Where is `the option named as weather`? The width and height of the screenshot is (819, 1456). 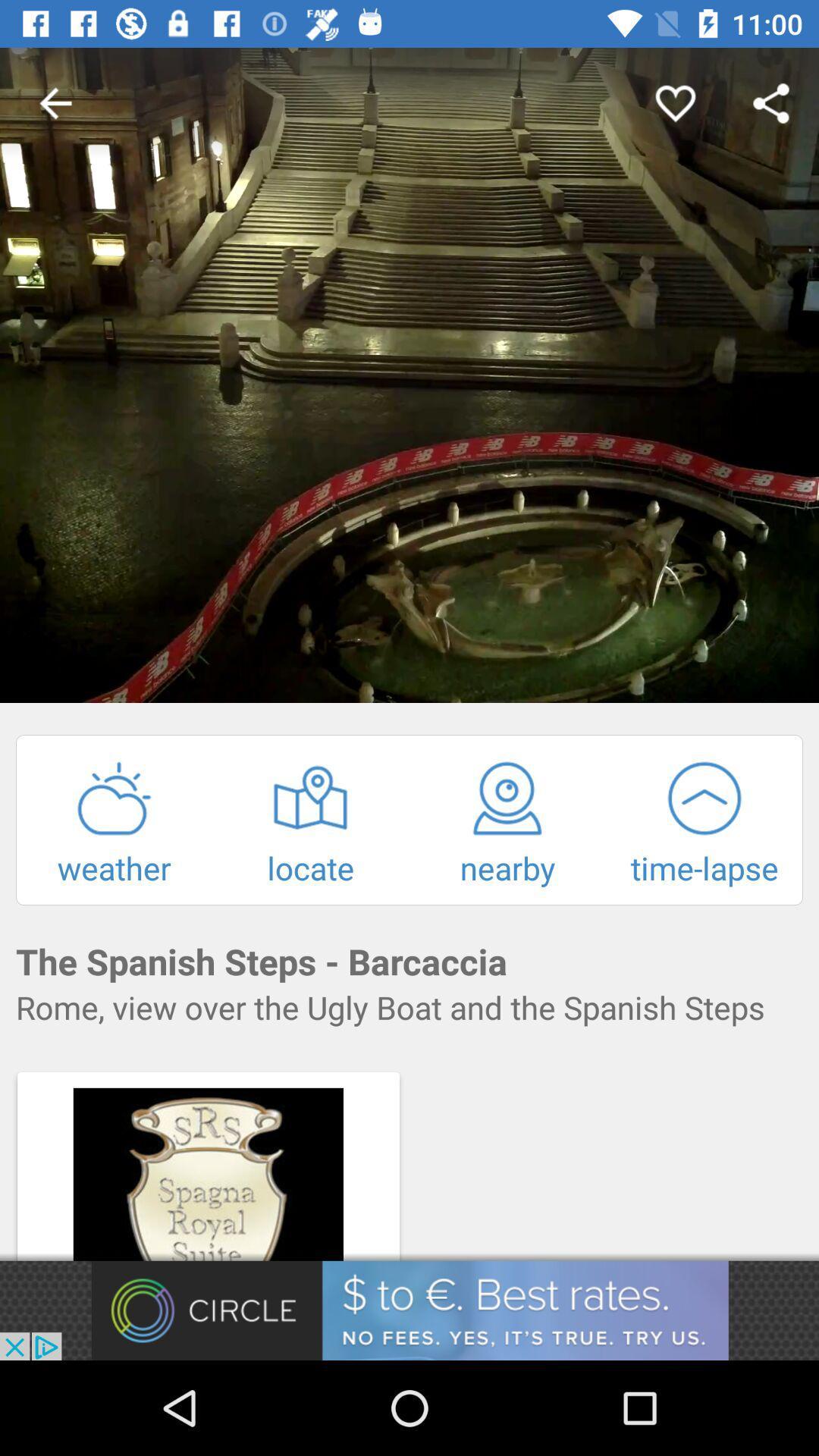 the option named as weather is located at coordinates (113, 823).